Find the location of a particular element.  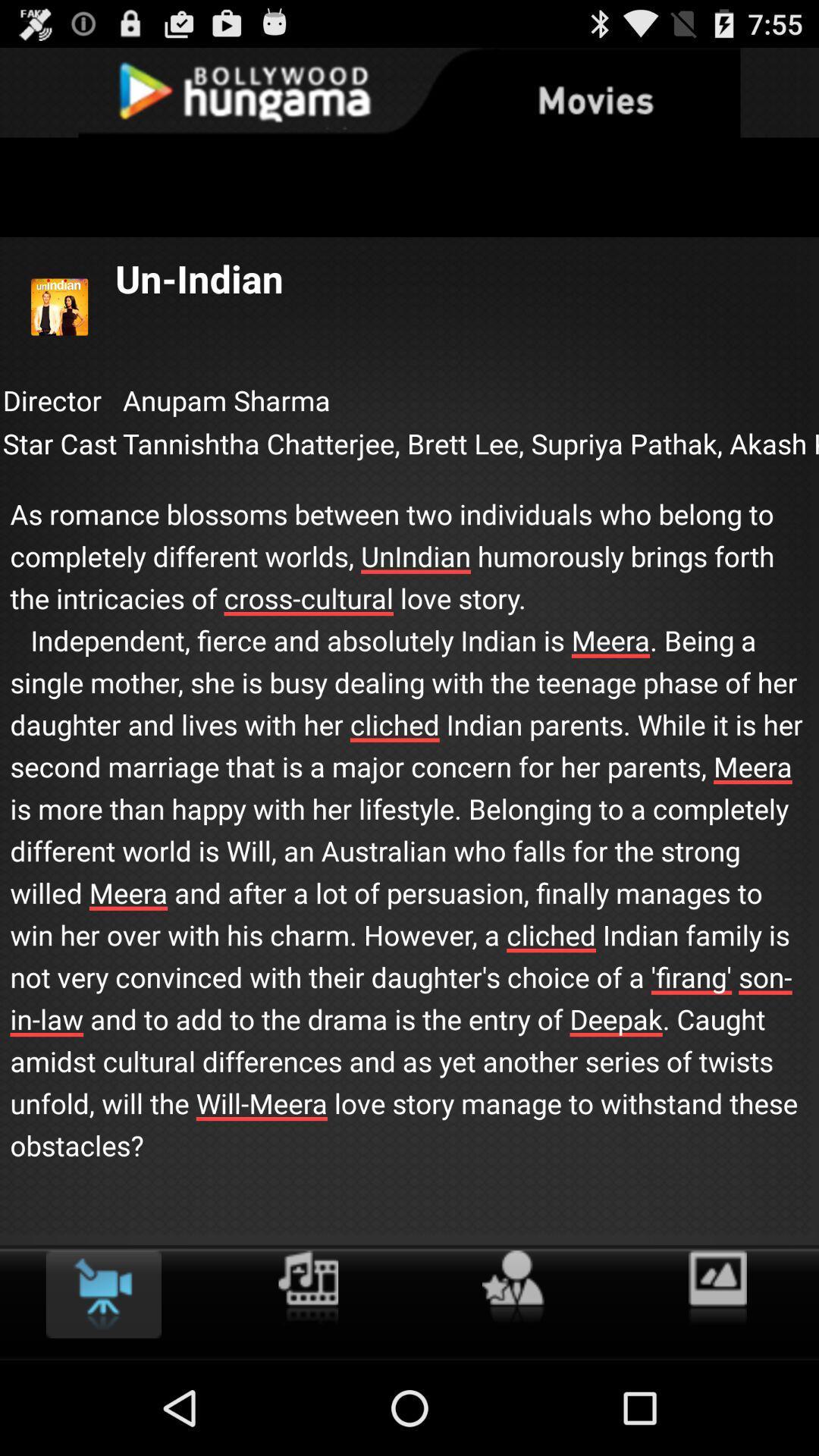

video option is located at coordinates (102, 1294).